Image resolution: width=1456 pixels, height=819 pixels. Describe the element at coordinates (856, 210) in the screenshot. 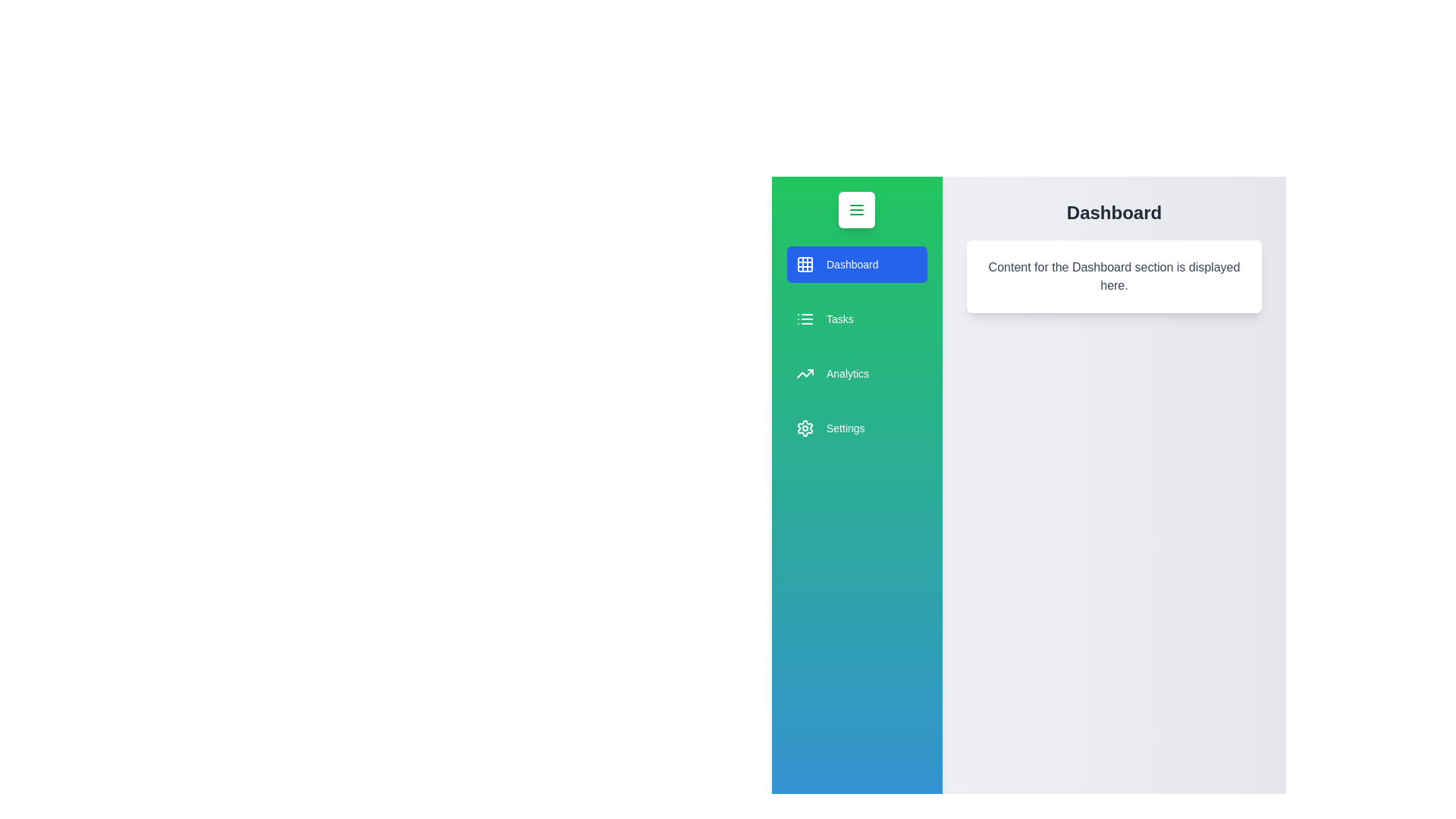

I see `the menu button to toggle the drawer state` at that location.